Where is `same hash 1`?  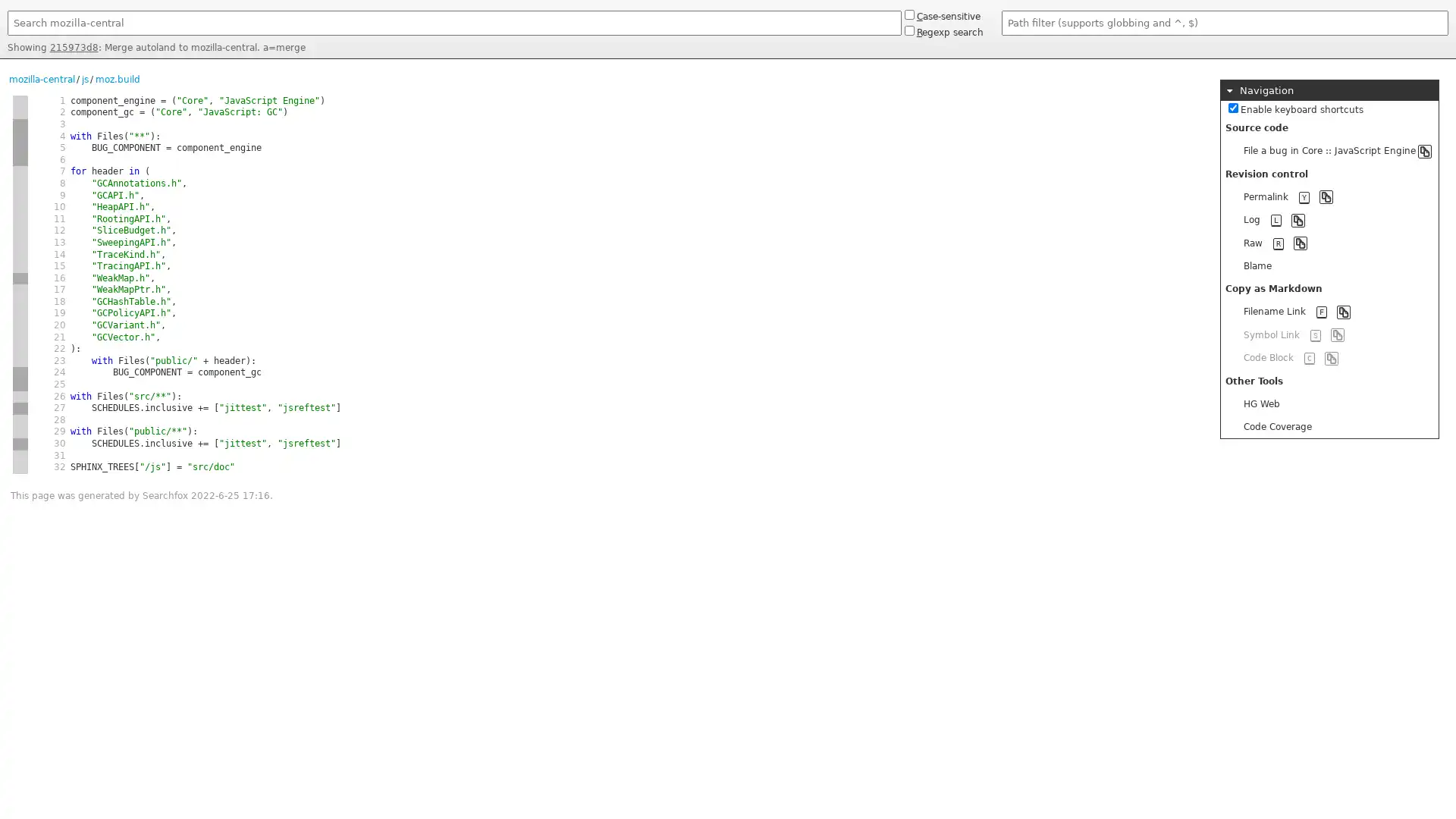
same hash 1 is located at coordinates (20, 265).